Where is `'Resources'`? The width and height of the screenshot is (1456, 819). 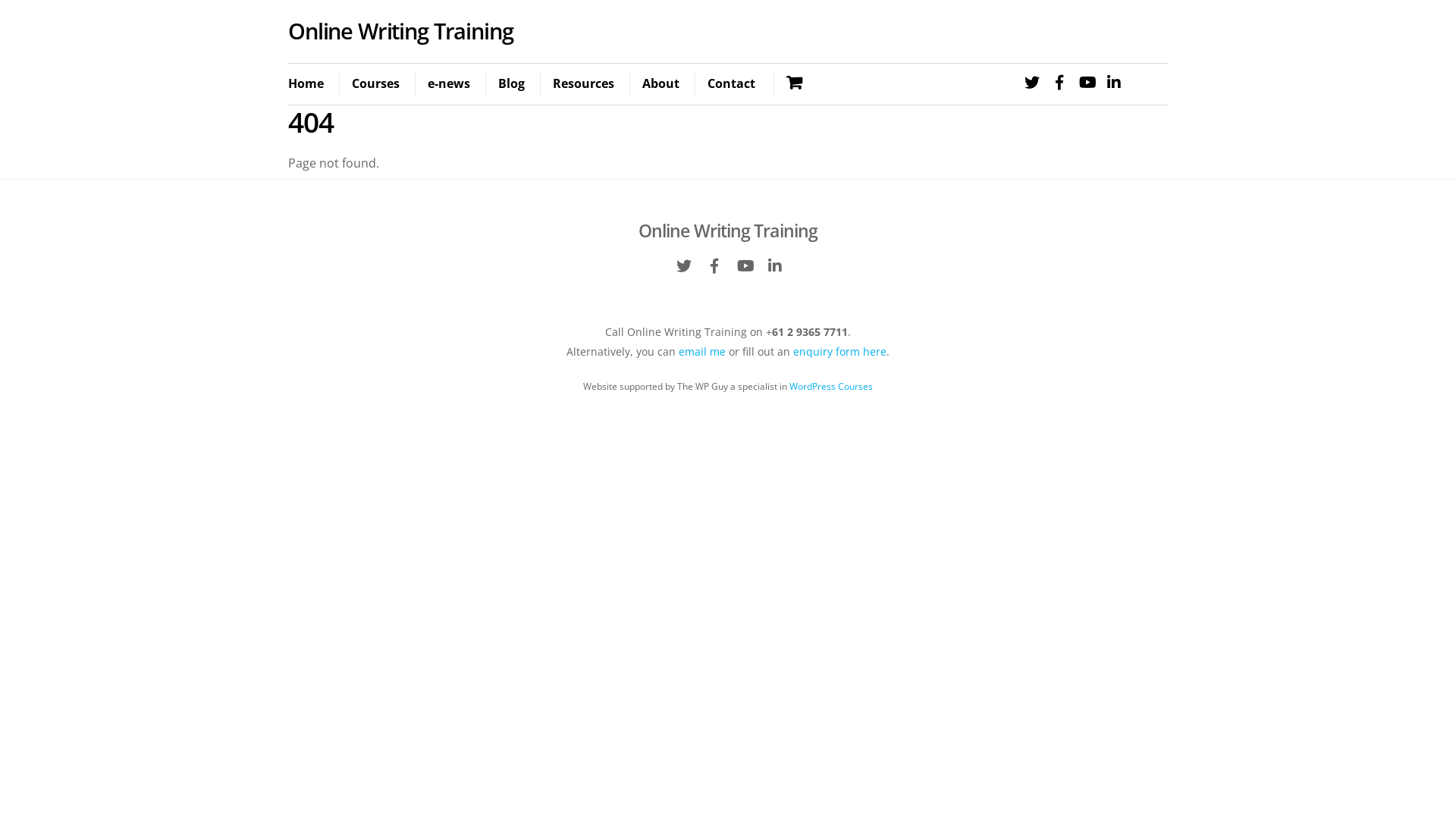
'Resources' is located at coordinates (582, 84).